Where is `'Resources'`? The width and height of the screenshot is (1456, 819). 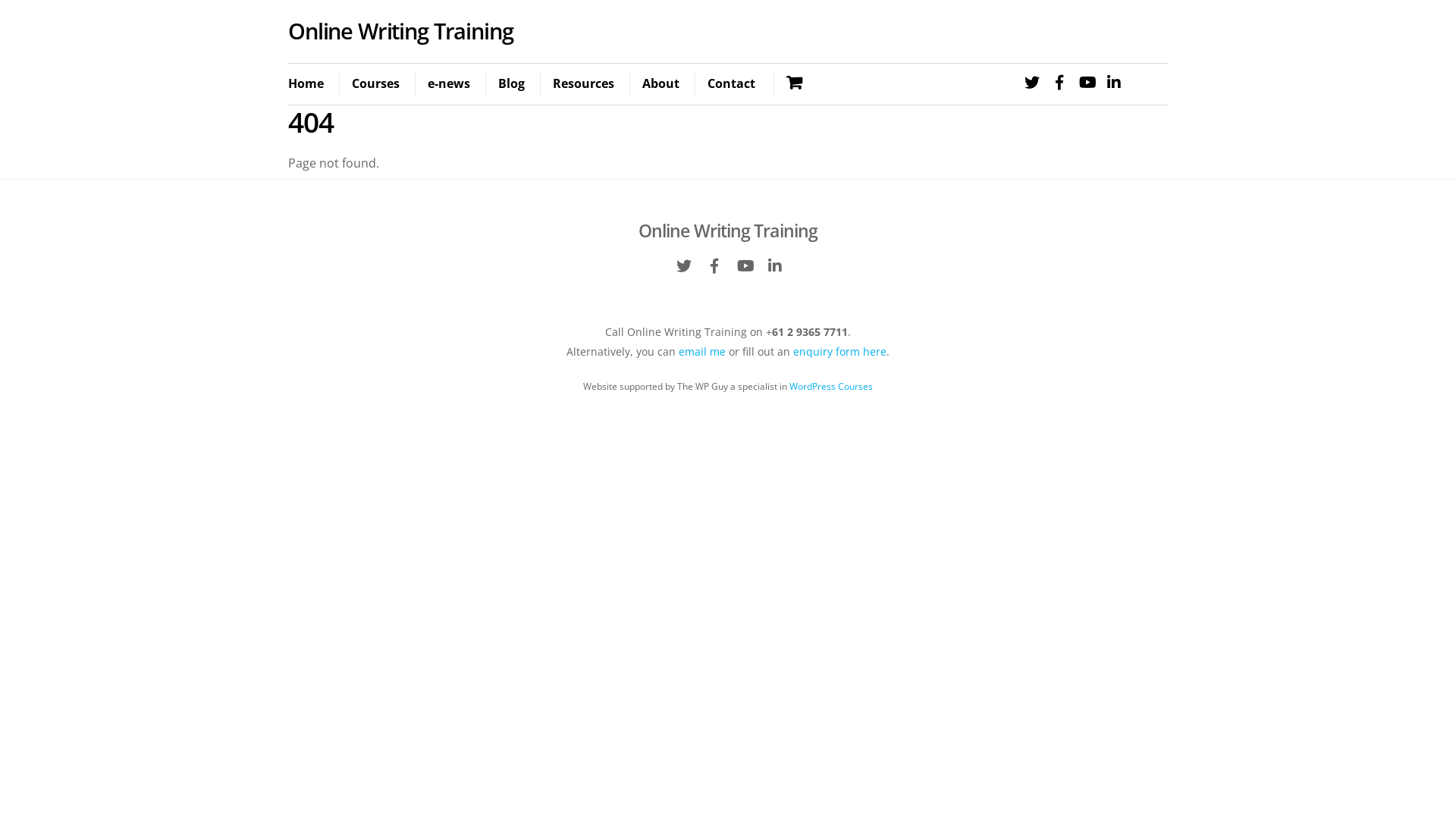
'Resources' is located at coordinates (582, 84).